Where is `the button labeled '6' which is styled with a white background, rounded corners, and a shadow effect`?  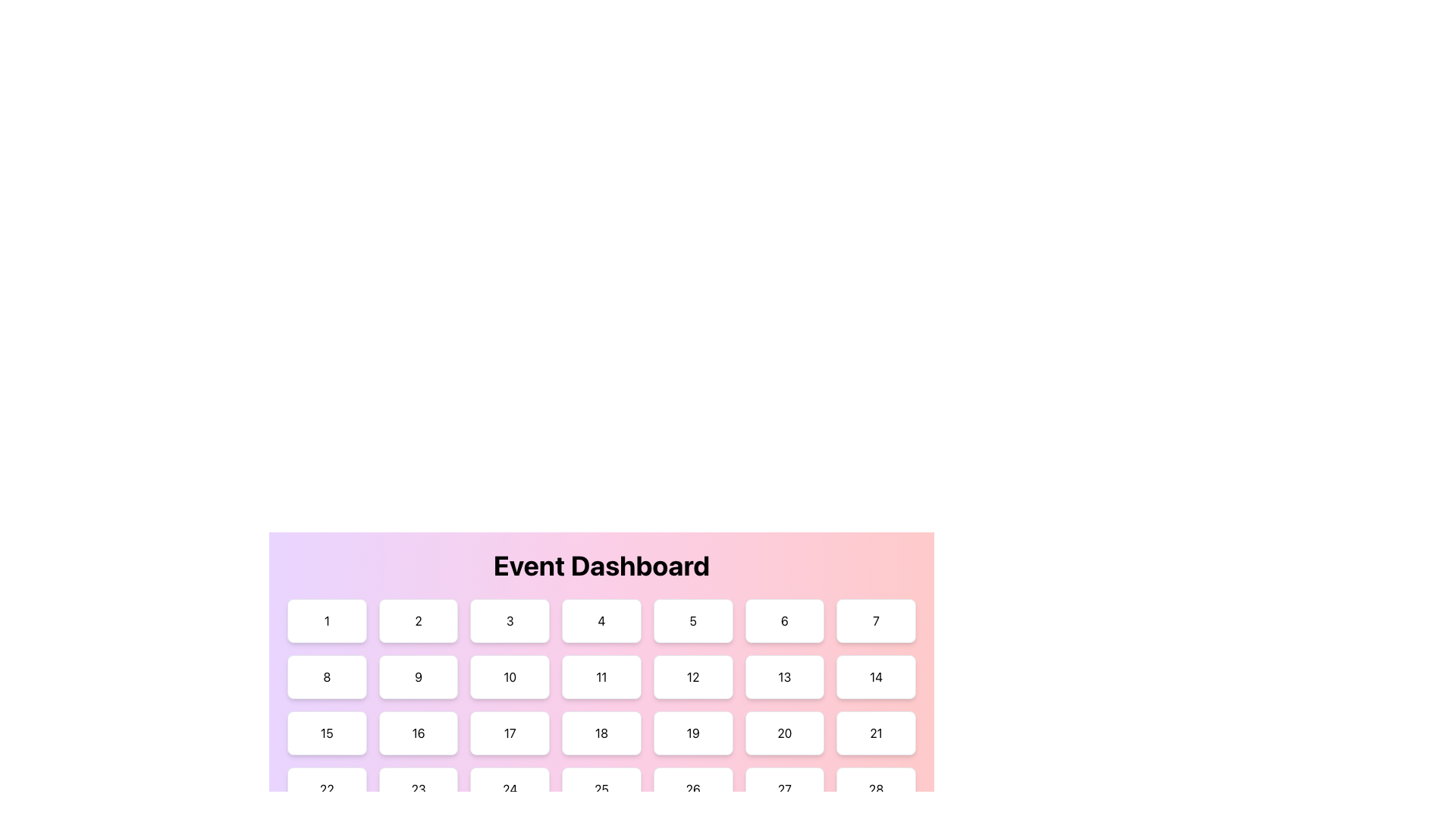
the button labeled '6' which is styled with a white background, rounded corners, and a shadow effect is located at coordinates (784, 620).